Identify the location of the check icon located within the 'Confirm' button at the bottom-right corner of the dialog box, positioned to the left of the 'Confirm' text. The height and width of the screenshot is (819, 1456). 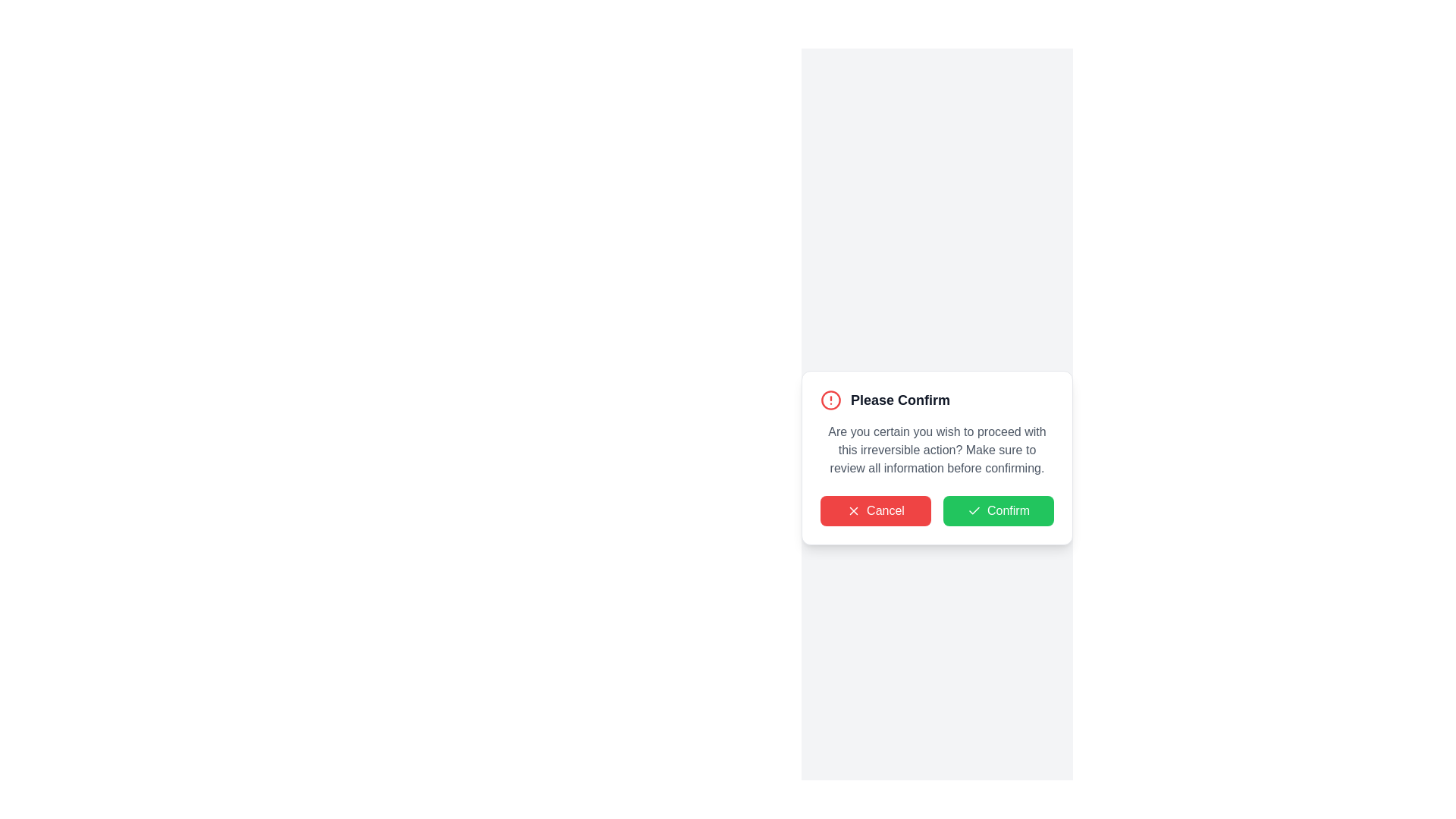
(973, 511).